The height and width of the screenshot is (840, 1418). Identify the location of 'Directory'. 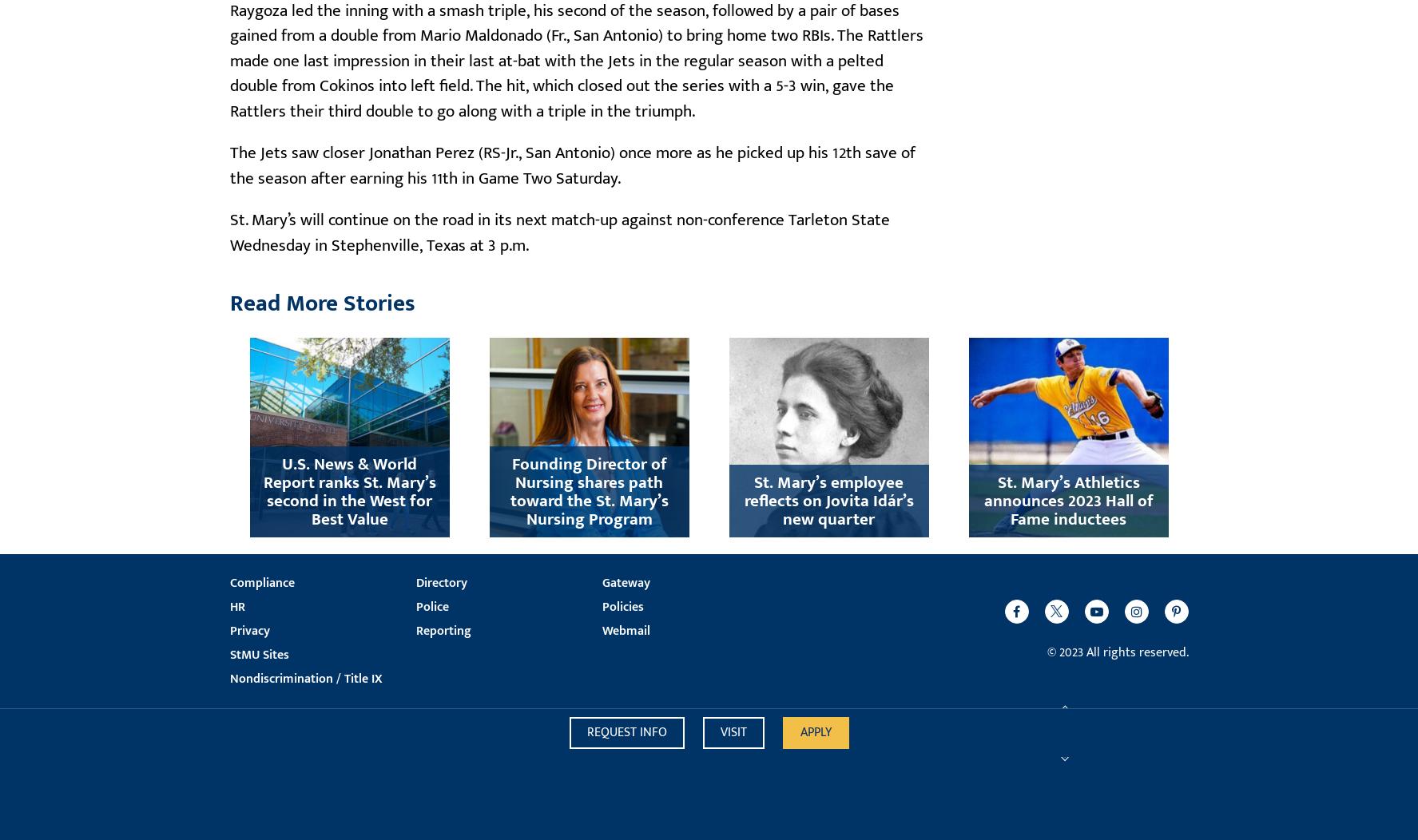
(440, 582).